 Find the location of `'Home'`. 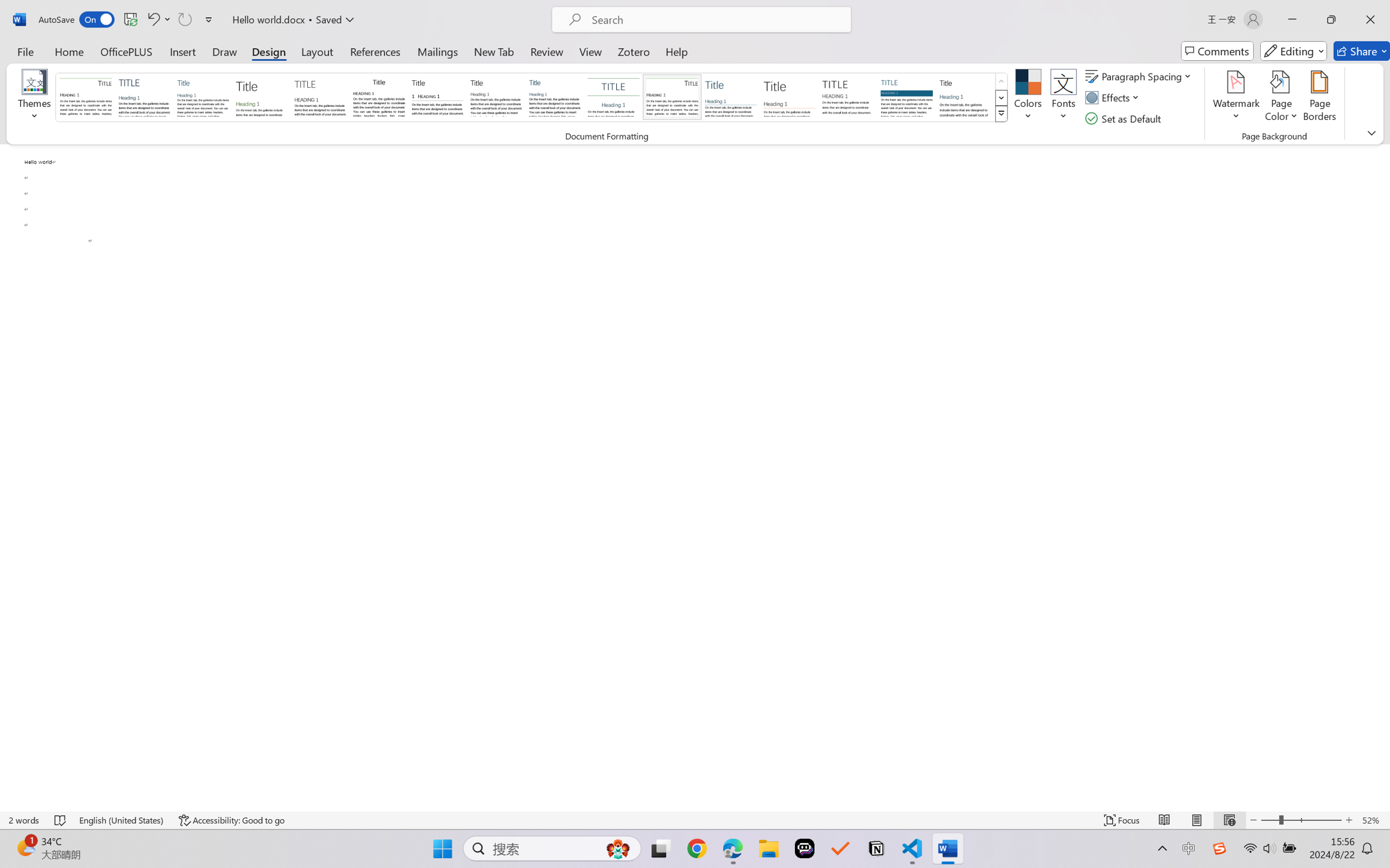

'Home' is located at coordinates (69, 51).